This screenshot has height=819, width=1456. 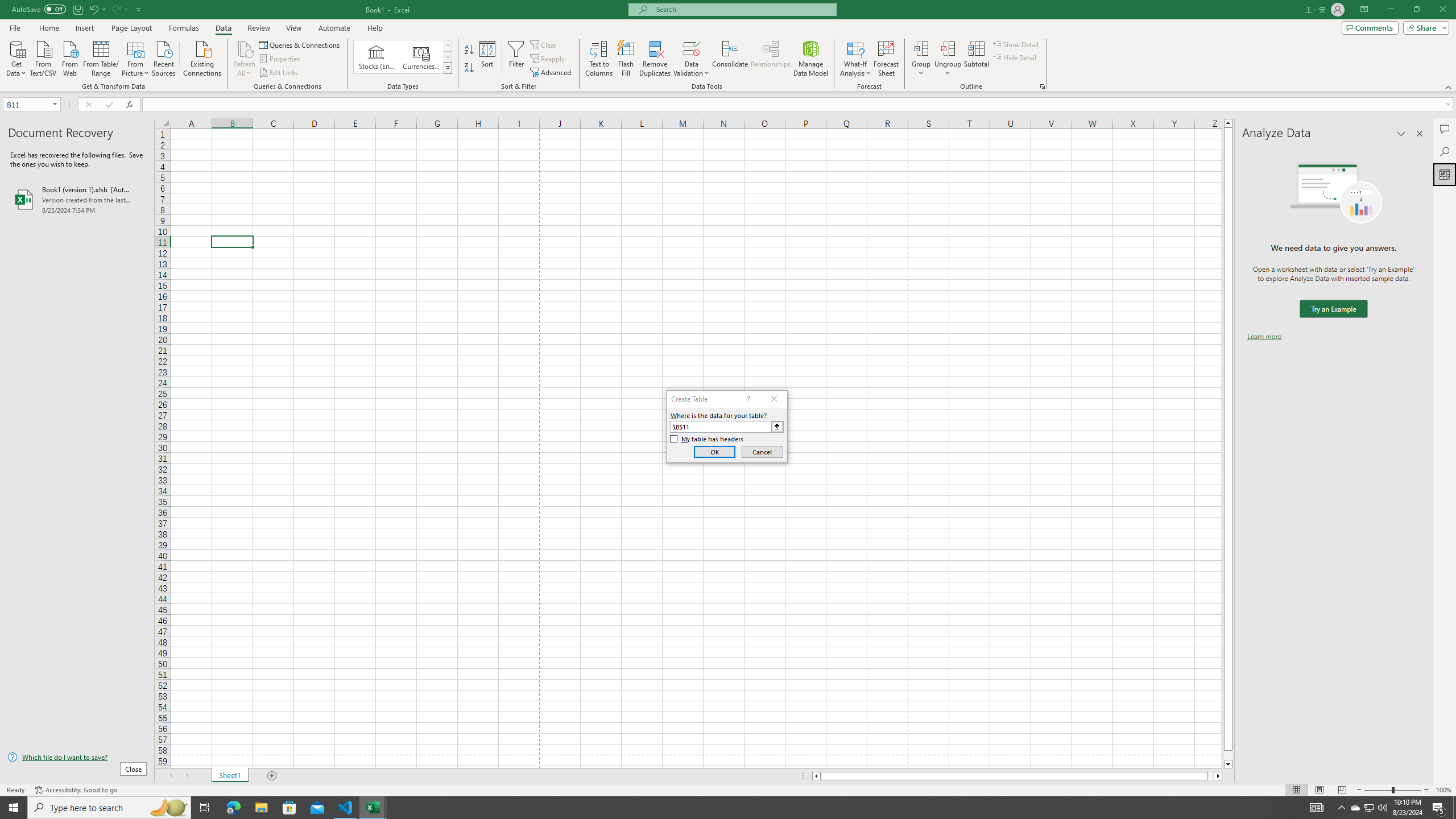 What do you see at coordinates (598, 59) in the screenshot?
I see `'Text to Columns...'` at bounding box center [598, 59].